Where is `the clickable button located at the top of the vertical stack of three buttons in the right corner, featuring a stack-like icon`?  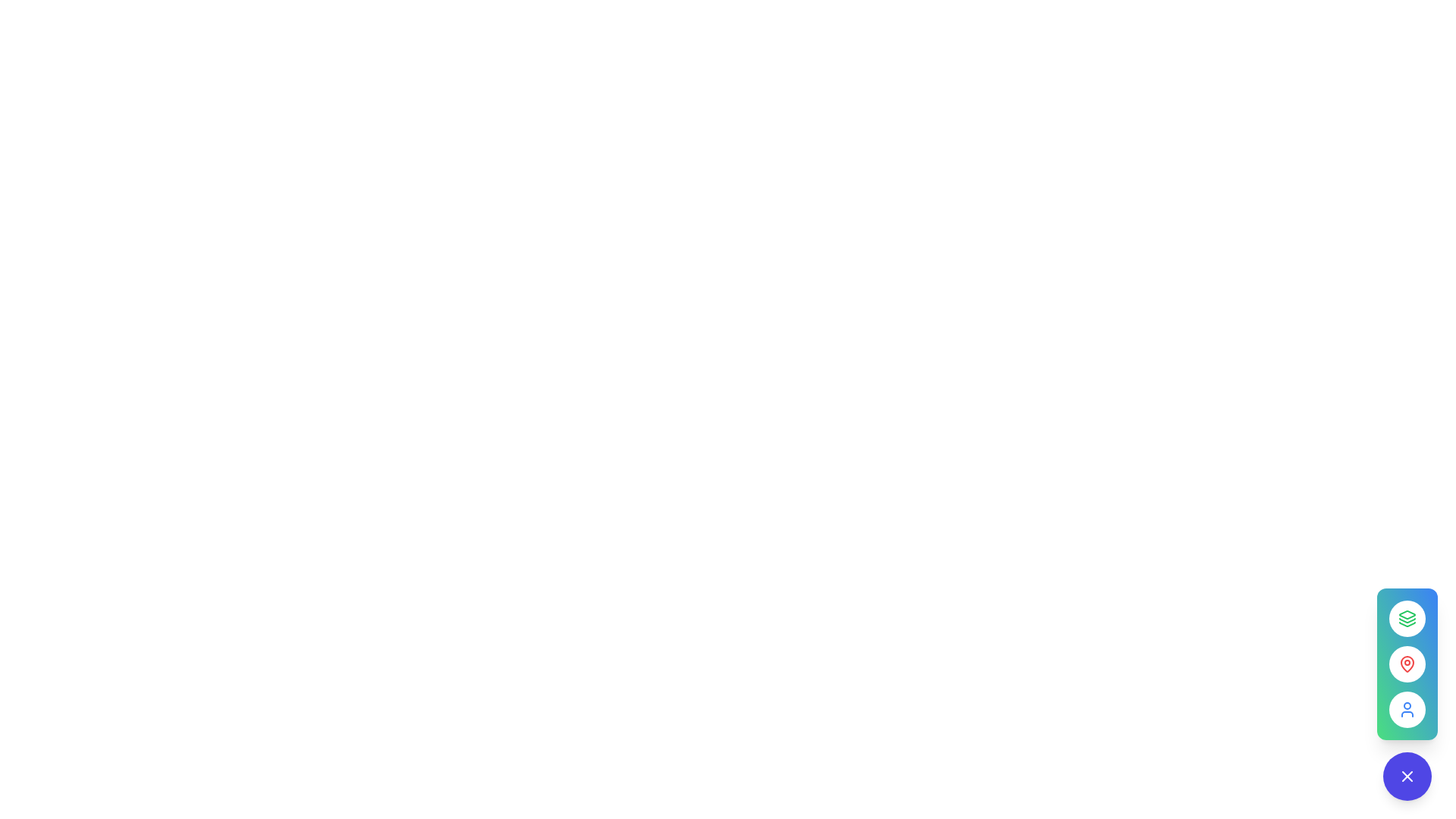 the clickable button located at the top of the vertical stack of three buttons in the right corner, featuring a stack-like icon is located at coordinates (1407, 619).